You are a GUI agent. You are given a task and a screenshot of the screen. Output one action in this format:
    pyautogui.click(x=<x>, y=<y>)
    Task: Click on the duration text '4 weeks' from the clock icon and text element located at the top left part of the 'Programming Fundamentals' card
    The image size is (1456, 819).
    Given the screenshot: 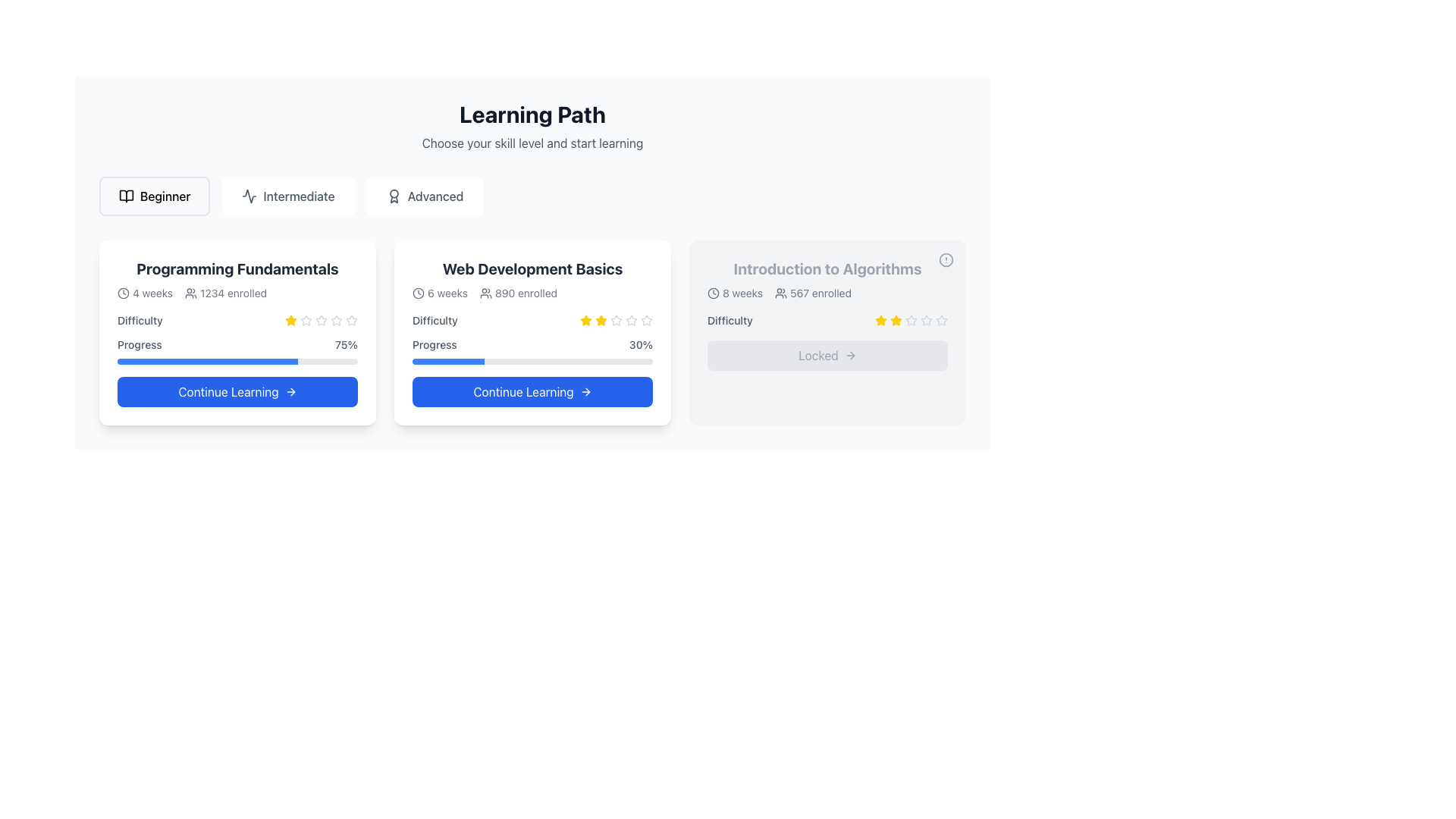 What is the action you would take?
    pyautogui.click(x=145, y=293)
    